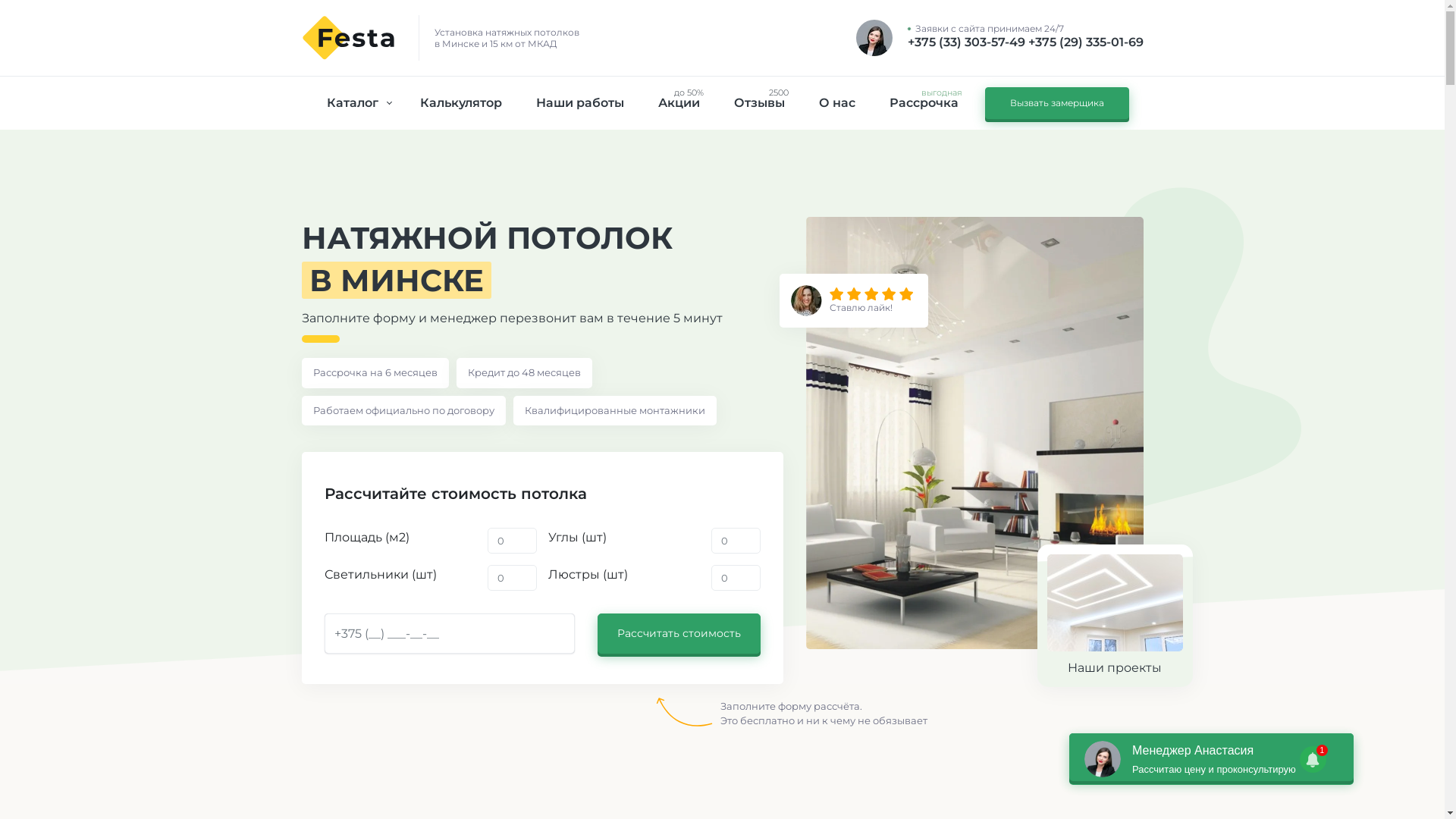 The width and height of the screenshot is (1456, 819). I want to click on '+375 (33) 303-57-49', so click(966, 41).